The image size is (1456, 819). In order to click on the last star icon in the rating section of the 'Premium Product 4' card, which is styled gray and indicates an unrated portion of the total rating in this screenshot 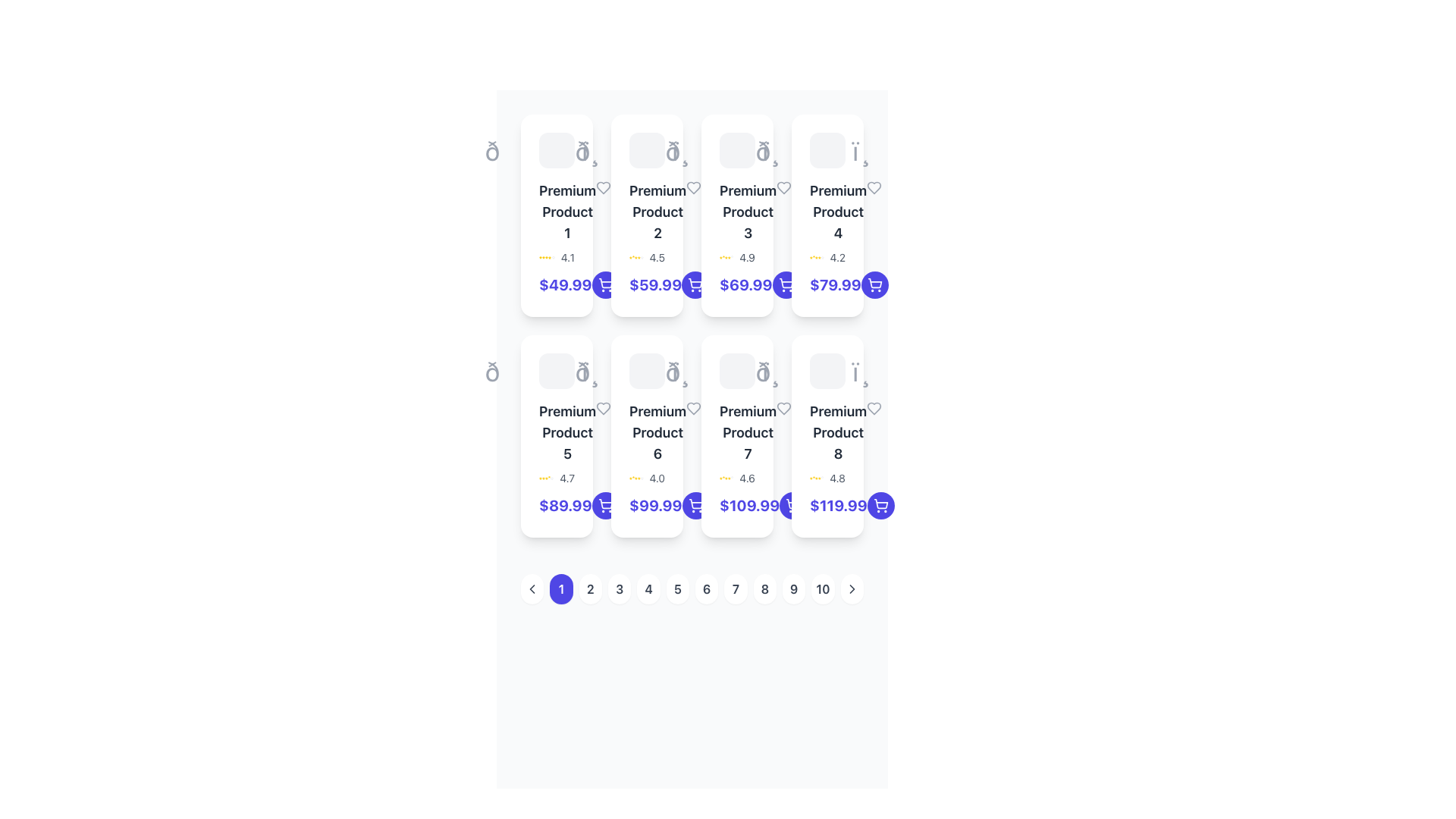, I will do `click(821, 256)`.